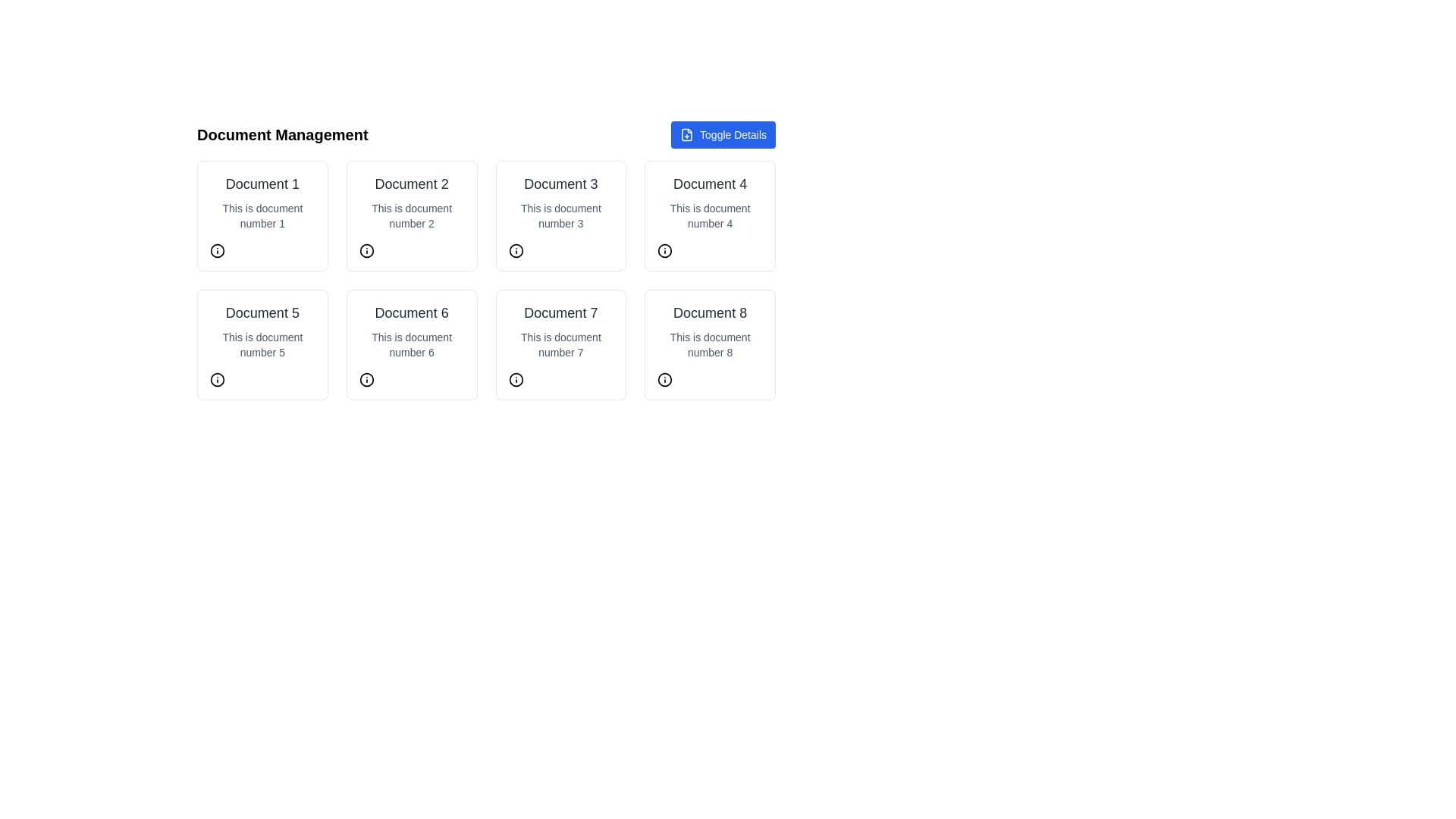  Describe the element at coordinates (217, 250) in the screenshot. I see `the information icon located in the bottom-right corner of the 'Document 1' card` at that location.